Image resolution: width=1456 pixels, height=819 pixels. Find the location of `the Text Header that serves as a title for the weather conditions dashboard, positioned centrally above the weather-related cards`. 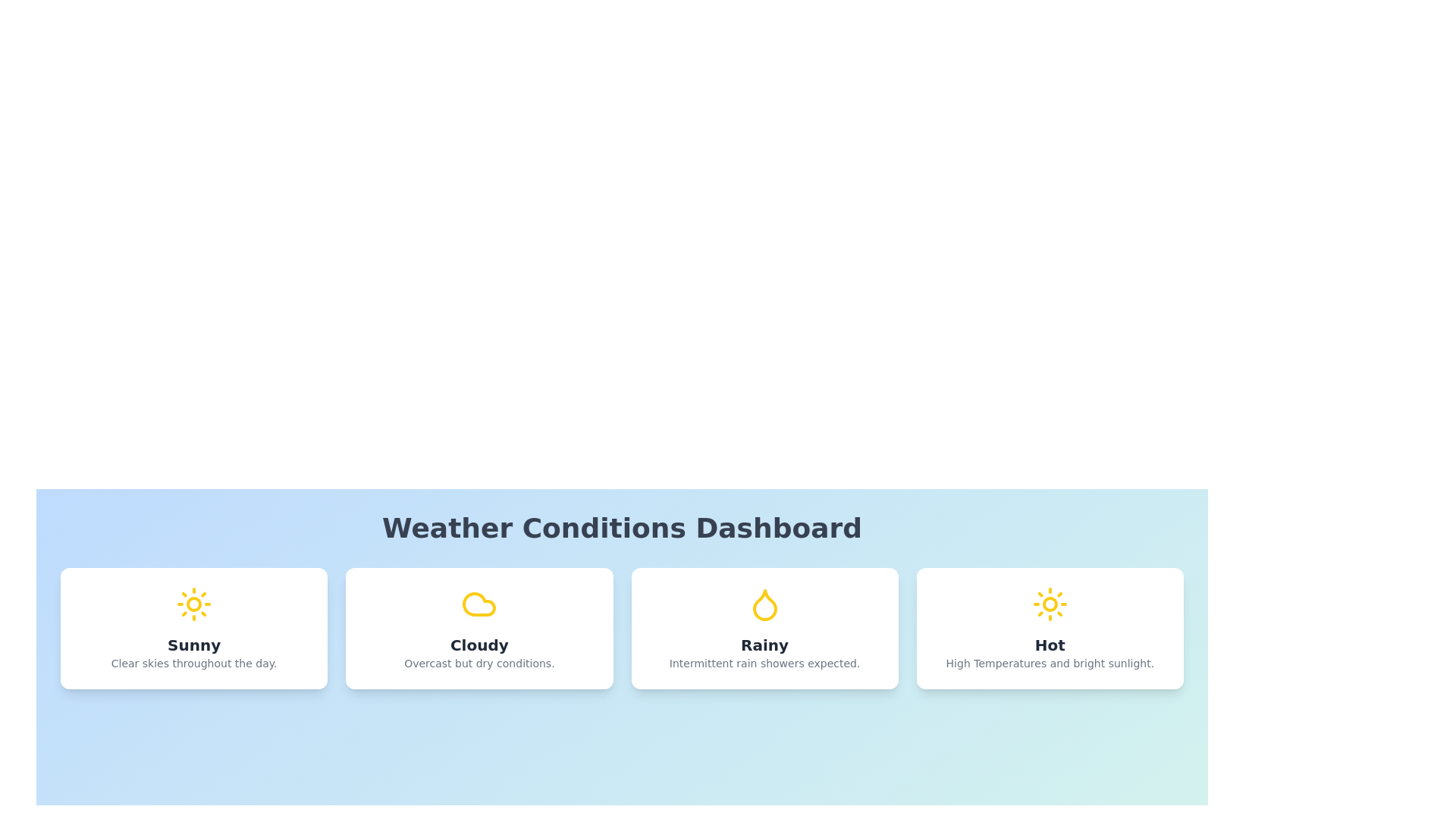

the Text Header that serves as a title for the weather conditions dashboard, positioned centrally above the weather-related cards is located at coordinates (622, 528).